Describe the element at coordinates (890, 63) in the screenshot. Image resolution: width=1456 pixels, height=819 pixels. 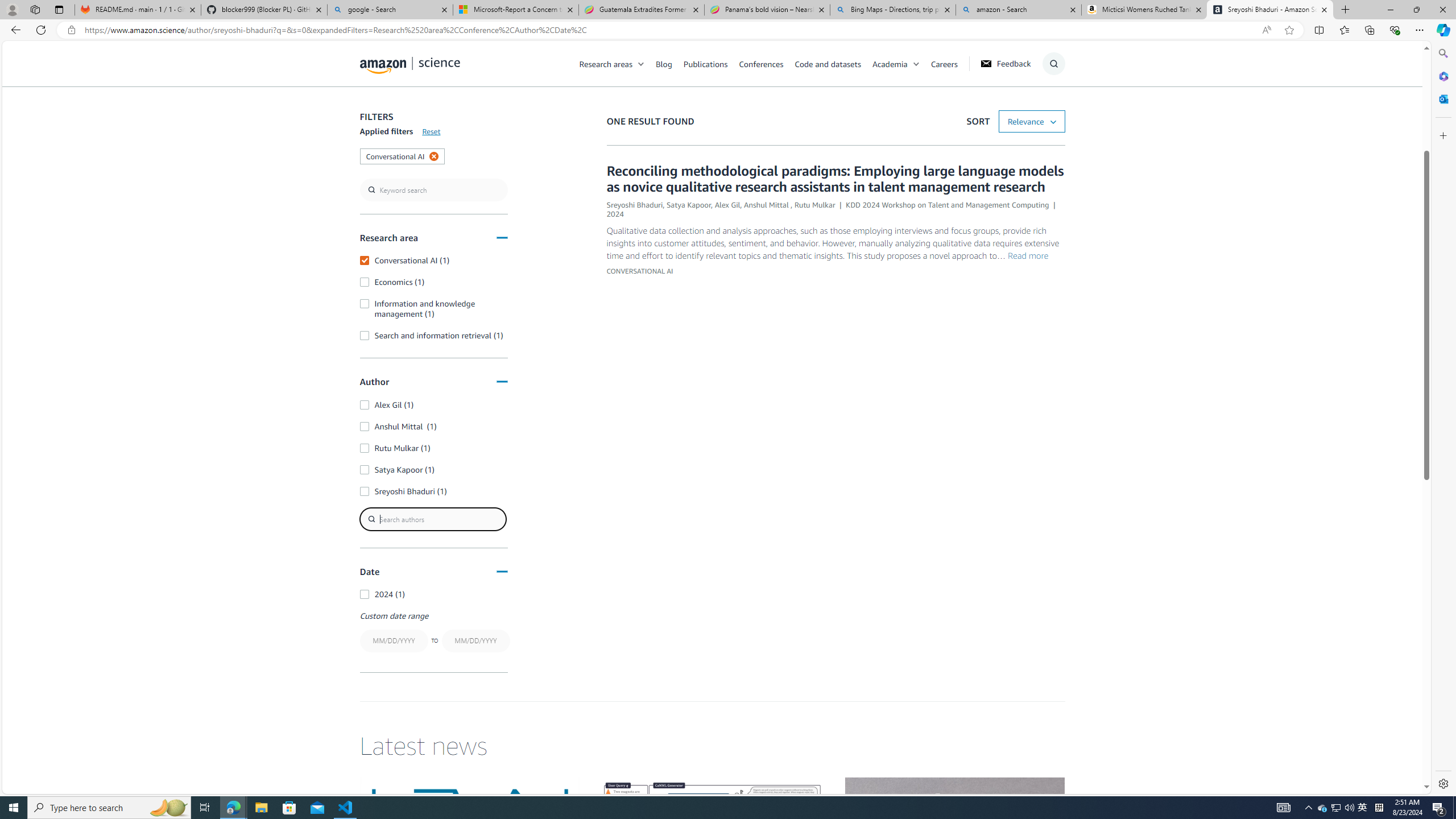
I see `'Academia'` at that location.